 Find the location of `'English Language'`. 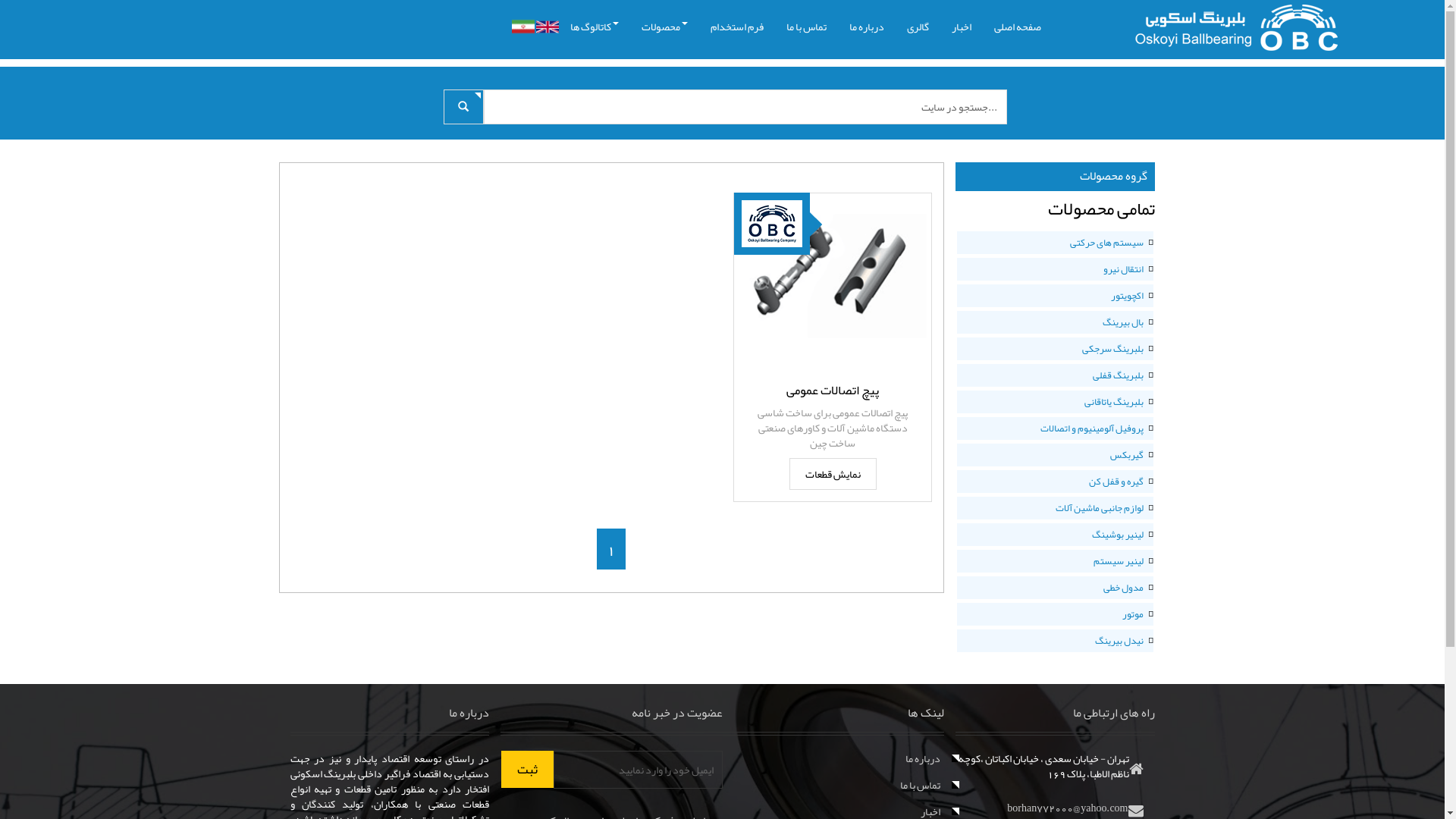

'English Language' is located at coordinates (546, 27).